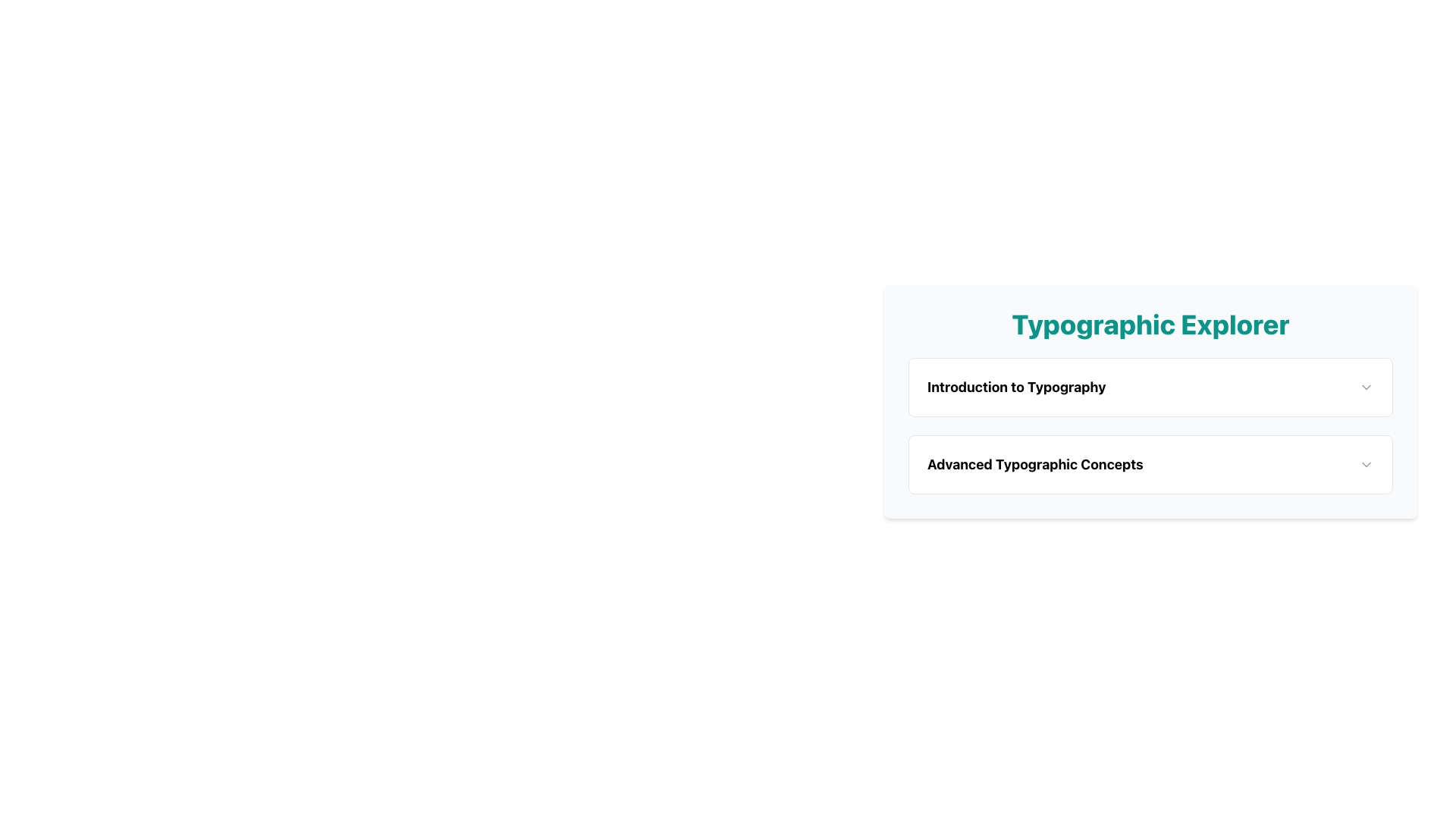 This screenshot has width=1456, height=819. What do you see at coordinates (1150, 386) in the screenshot?
I see `the 'Introduction to Typography' dropdown menu button` at bounding box center [1150, 386].